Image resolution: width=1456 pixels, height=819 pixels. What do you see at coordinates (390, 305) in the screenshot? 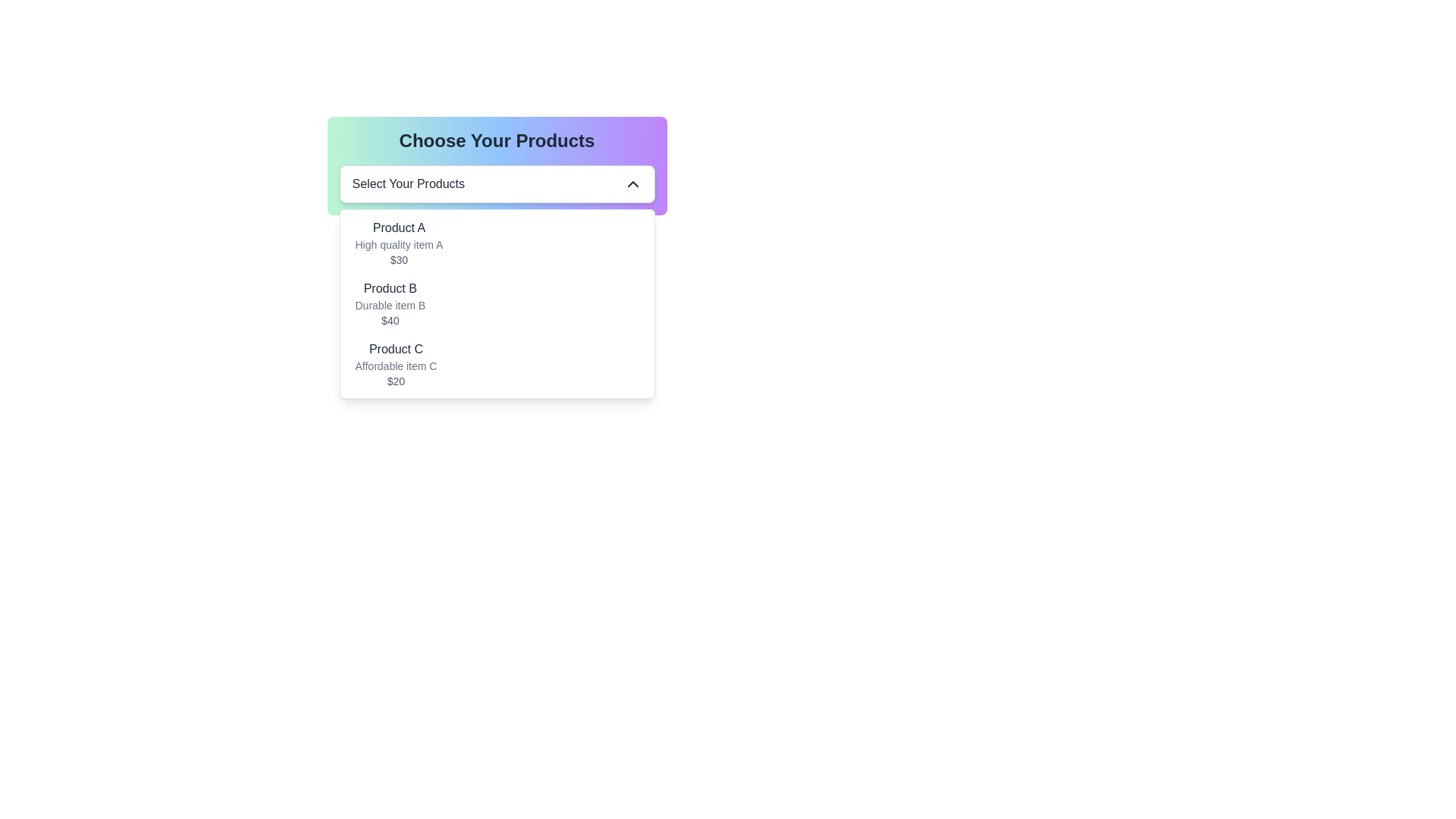
I see `the non-interactive text label that provides additional information about 'Product B', positioned between the title and price in the dropdown list` at bounding box center [390, 305].